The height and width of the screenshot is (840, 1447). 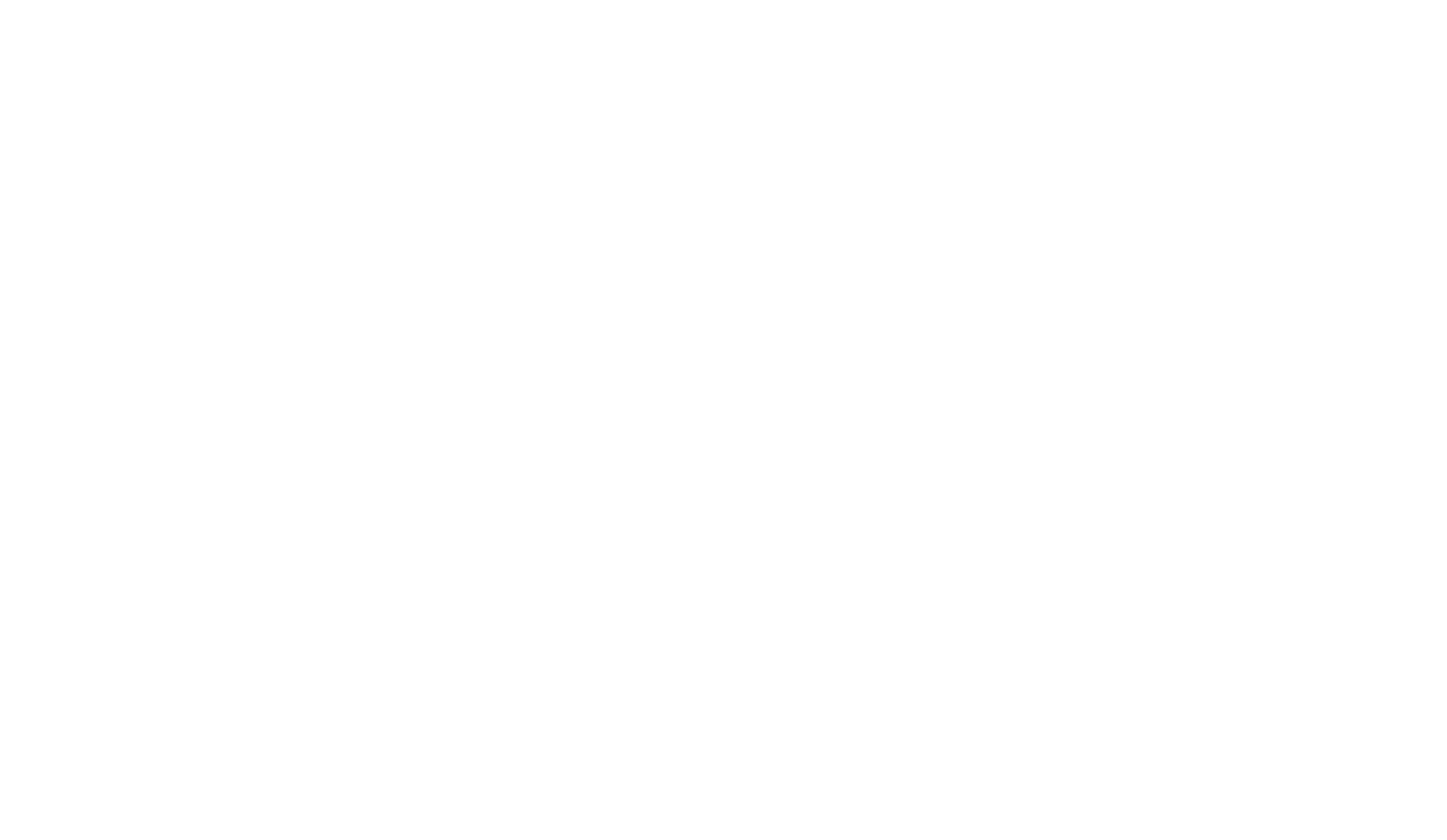 I want to click on 'Espagne', so click(x=346, y=503).